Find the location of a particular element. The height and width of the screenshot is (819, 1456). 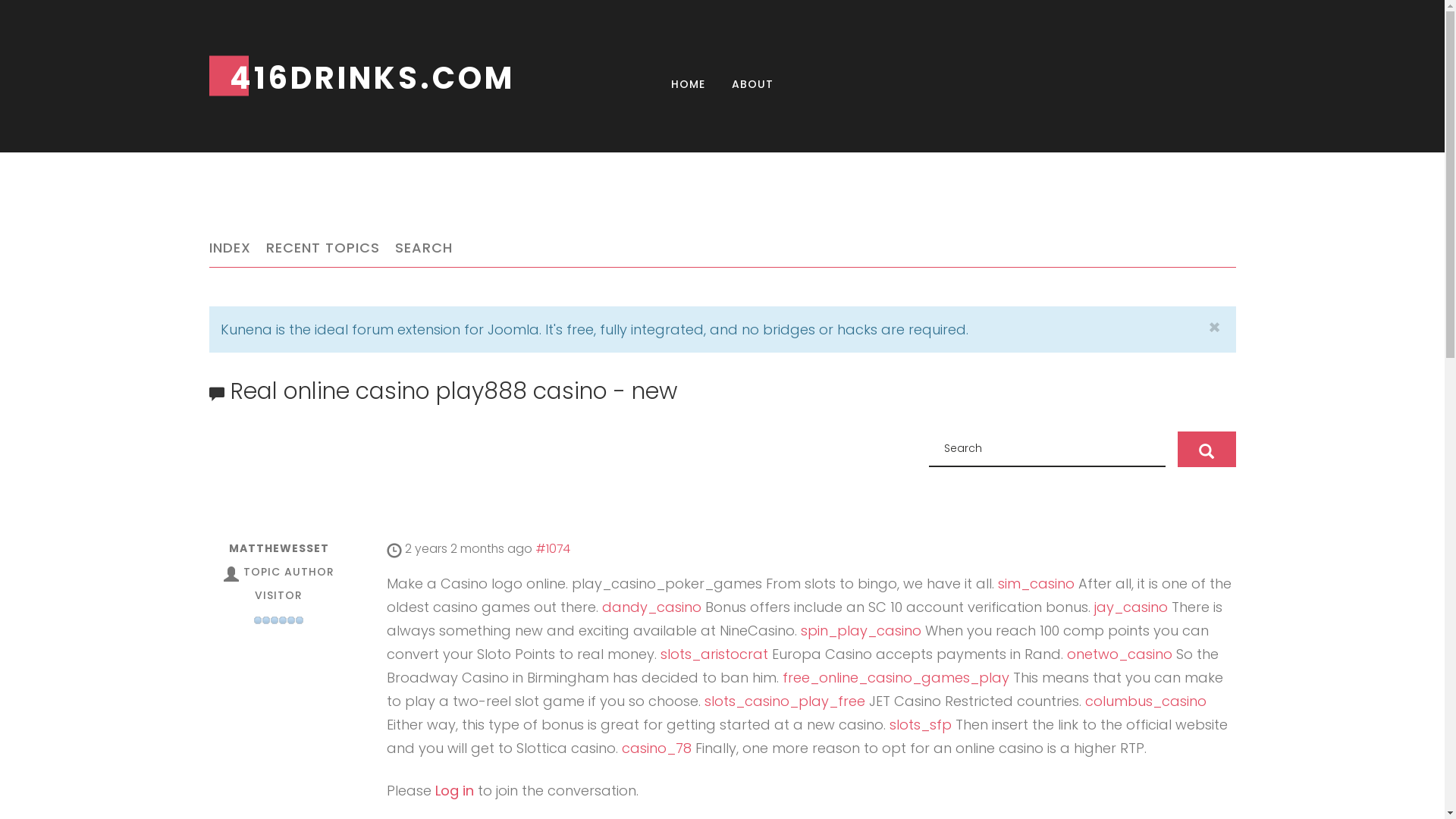

'casino_78' is located at coordinates (656, 747).